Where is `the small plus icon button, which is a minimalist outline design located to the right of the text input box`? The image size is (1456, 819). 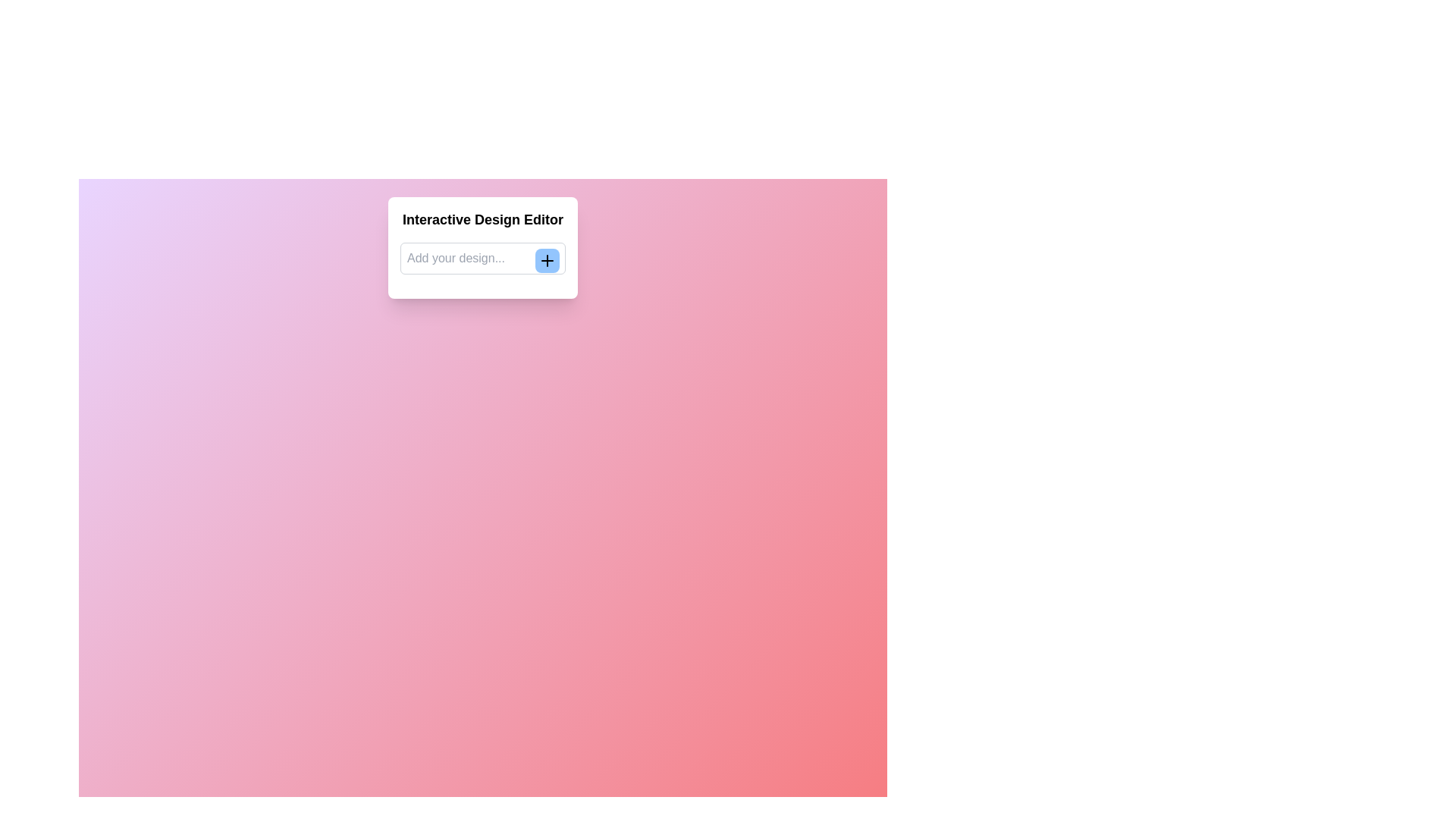
the small plus icon button, which is a minimalist outline design located to the right of the text input box is located at coordinates (546, 259).